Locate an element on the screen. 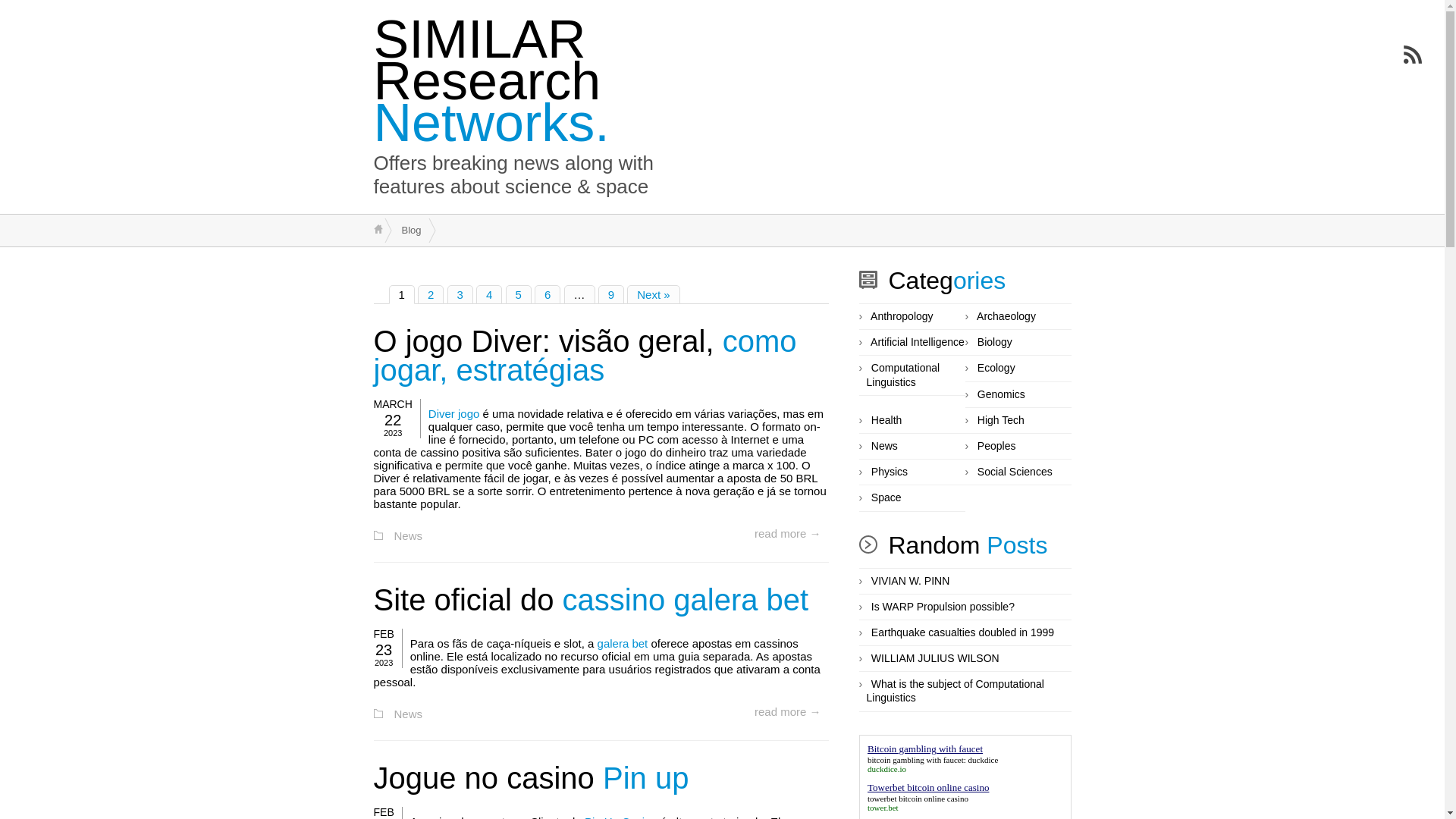  'Social Sciences' is located at coordinates (1015, 472).